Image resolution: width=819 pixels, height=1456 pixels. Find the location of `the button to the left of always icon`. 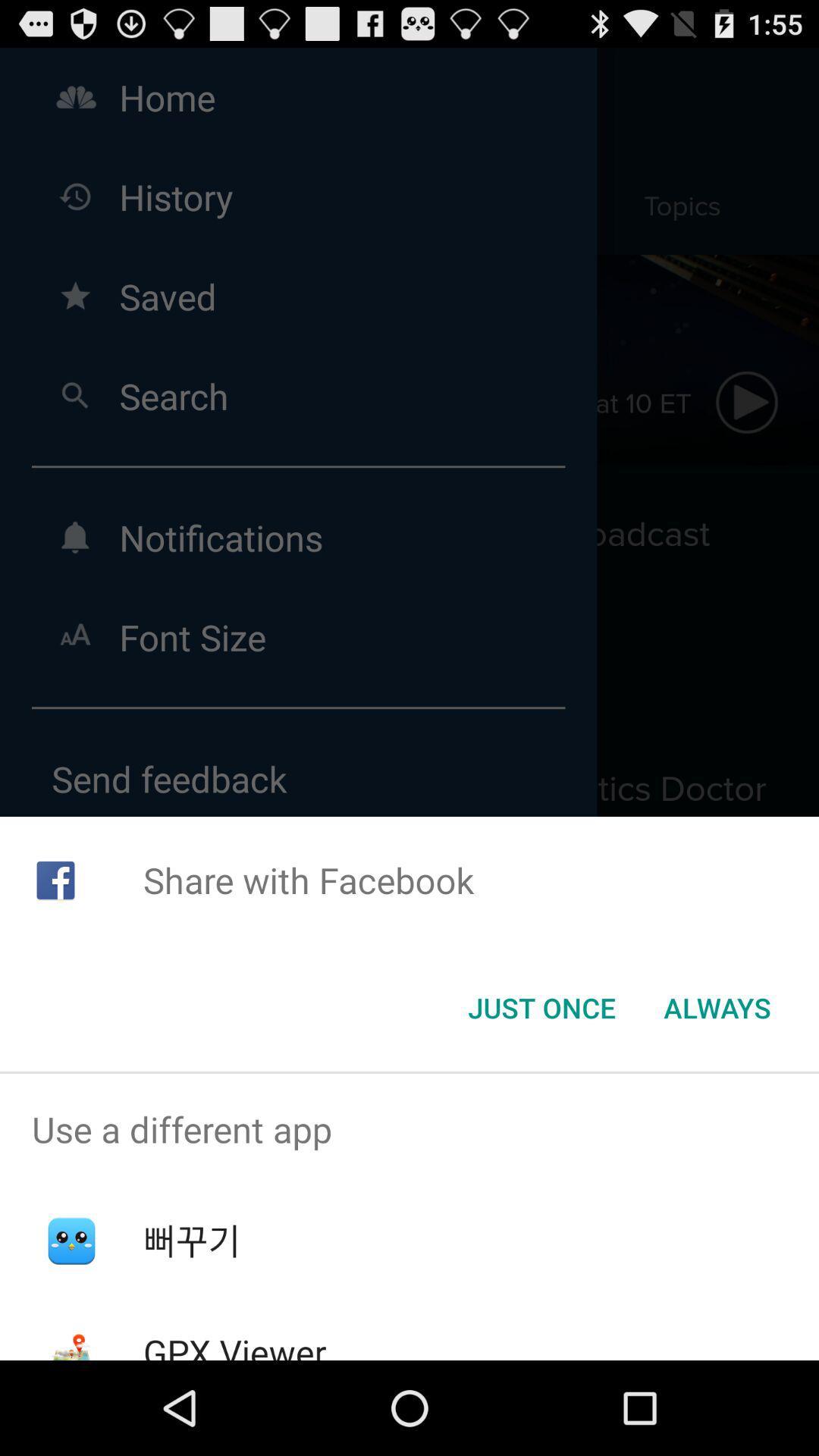

the button to the left of always icon is located at coordinates (541, 1008).